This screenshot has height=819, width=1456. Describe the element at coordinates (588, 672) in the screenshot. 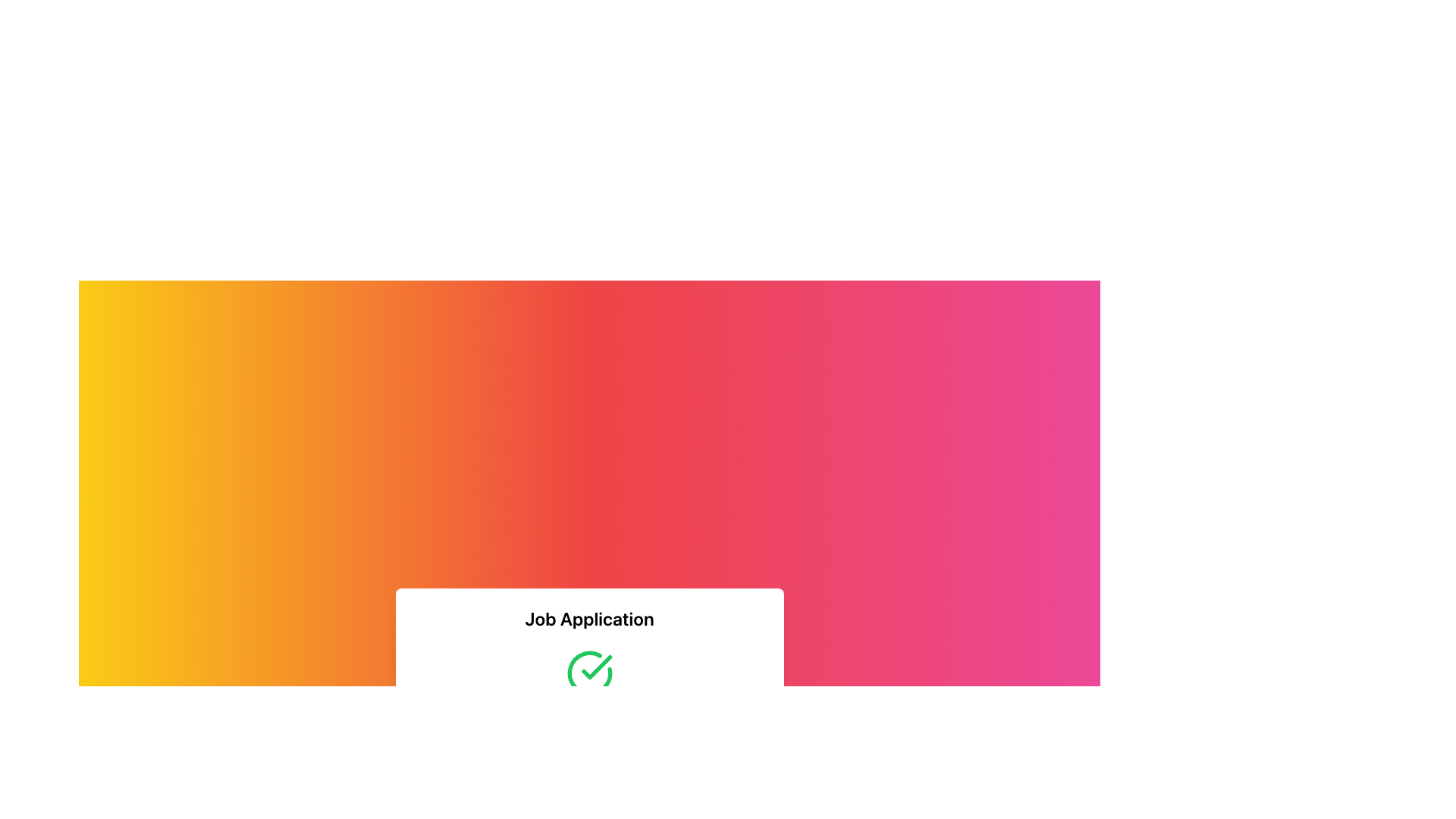

I see `the circular icon with a green checkmark inside it, which is located in the white area below the 'Job Application' text and centered in the gradient background` at that location.